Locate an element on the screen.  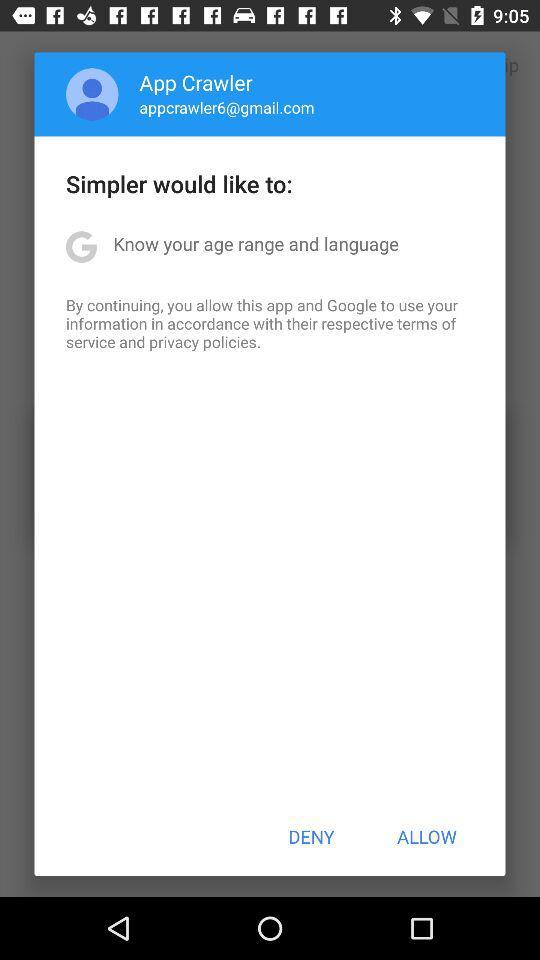
icon above simpler would like app is located at coordinates (91, 94).